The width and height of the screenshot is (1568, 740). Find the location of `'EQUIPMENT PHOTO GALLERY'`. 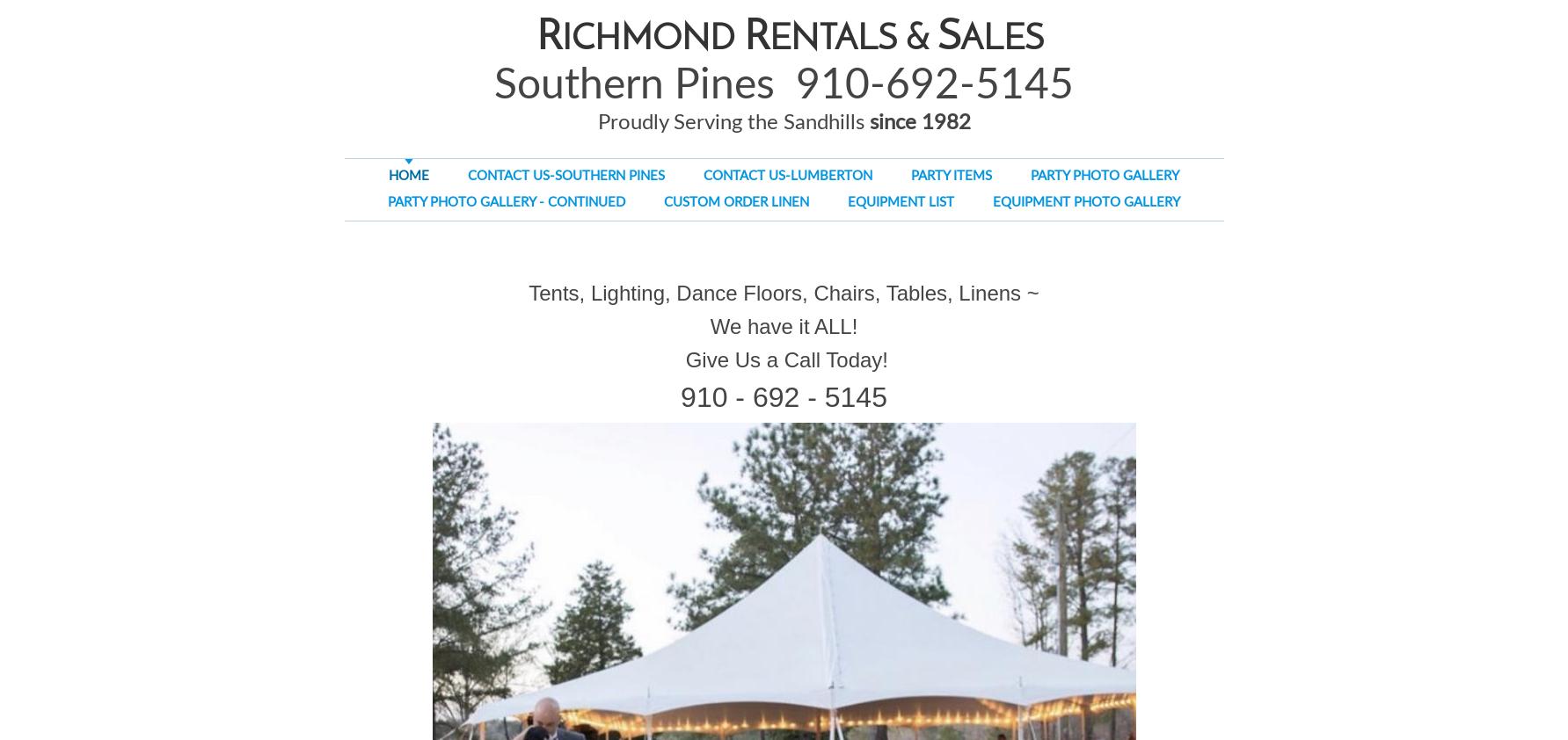

'EQUIPMENT PHOTO GALLERY' is located at coordinates (1086, 202).